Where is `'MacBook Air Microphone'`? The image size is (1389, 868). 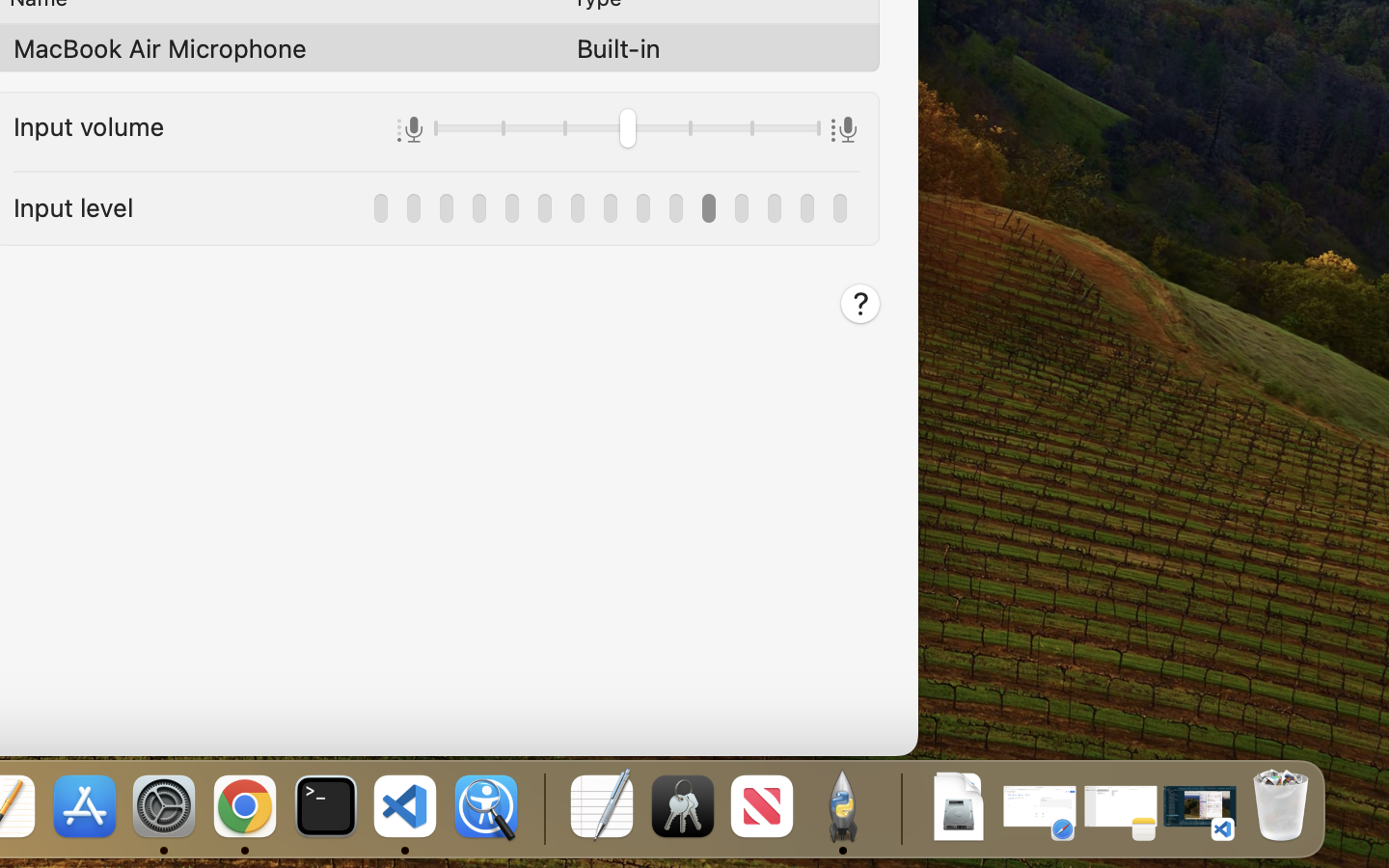
'MacBook Air Microphone' is located at coordinates (159, 47).